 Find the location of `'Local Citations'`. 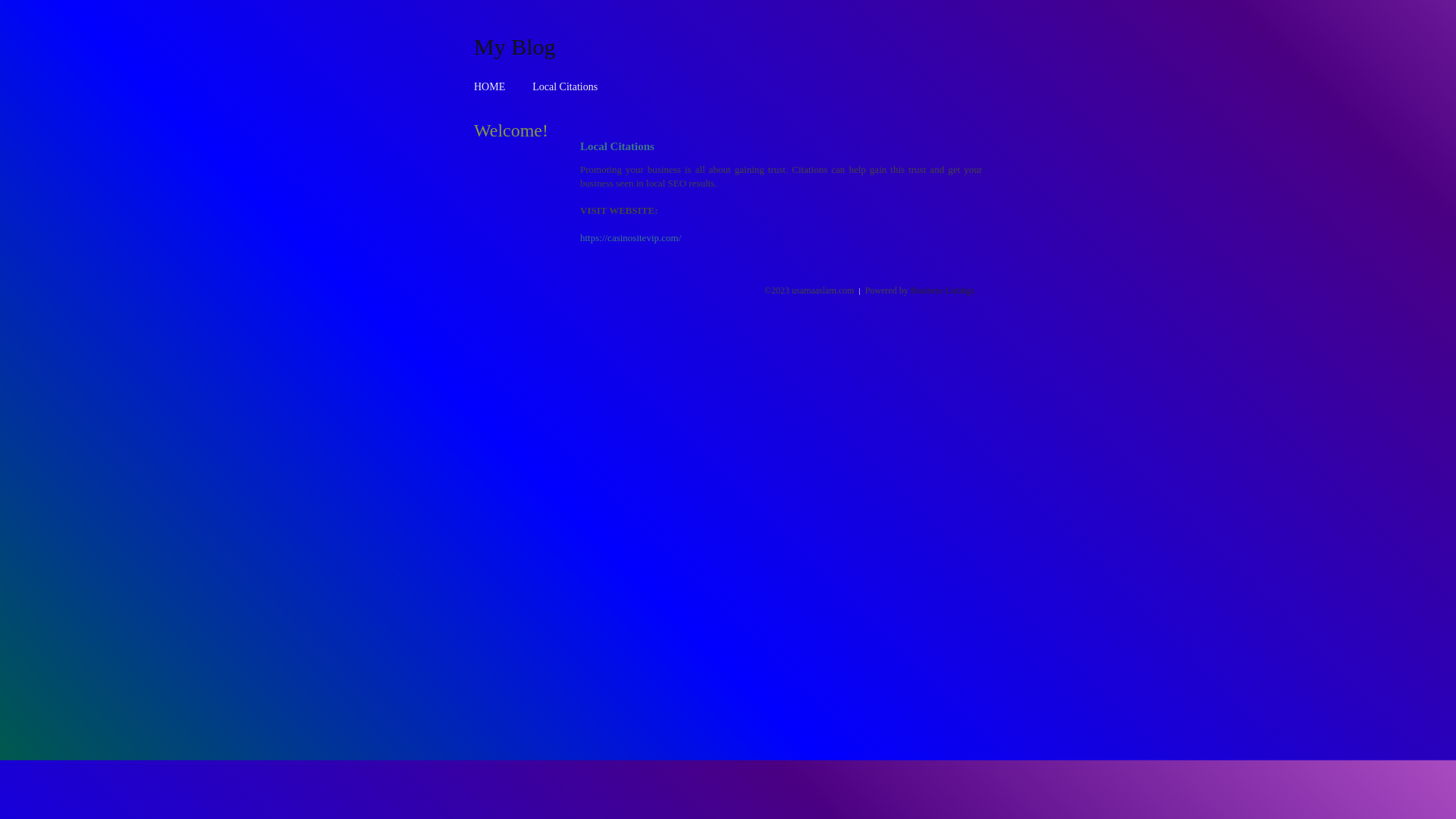

'Local Citations' is located at coordinates (532, 86).